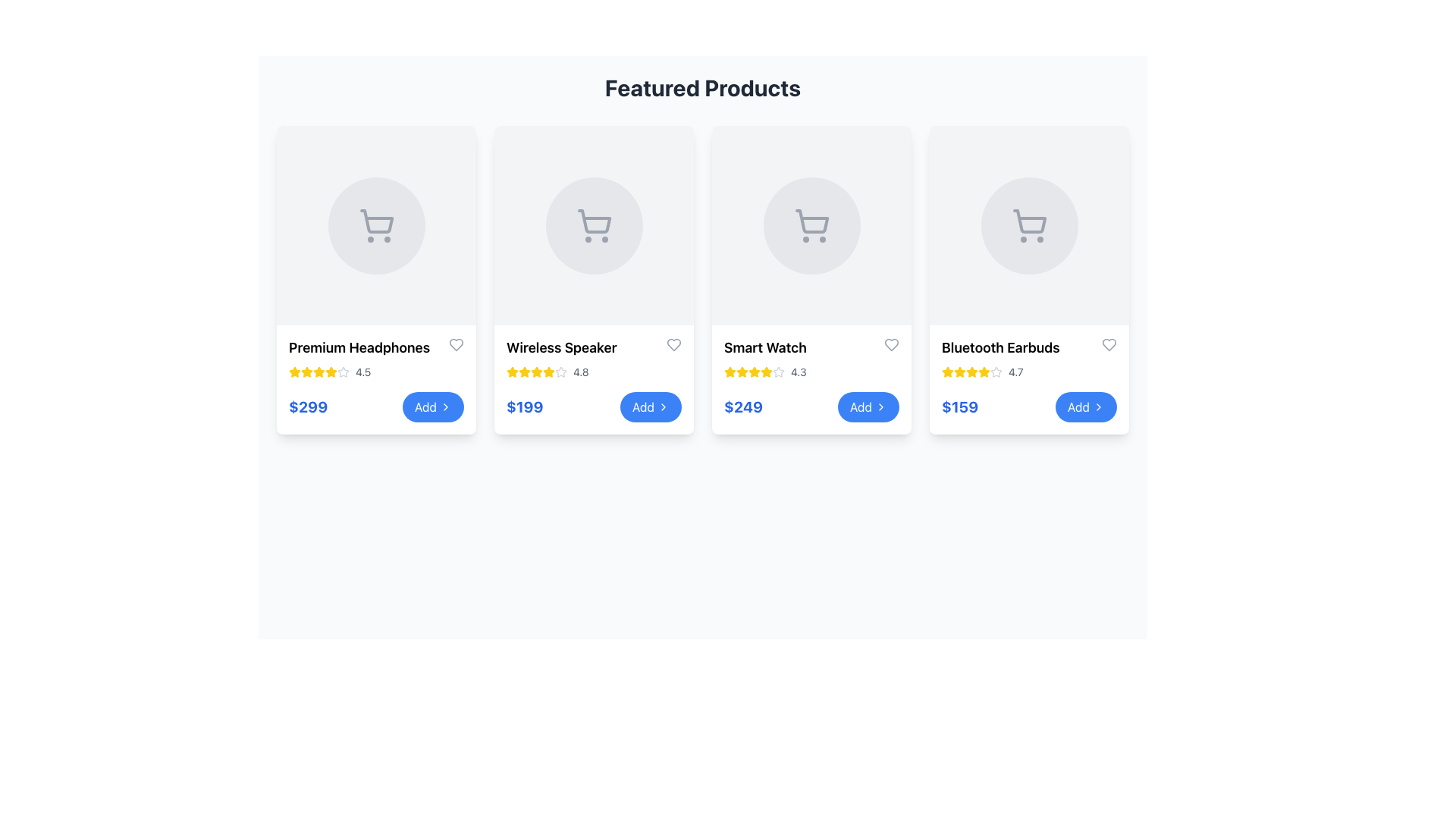 This screenshot has width=1456, height=819. What do you see at coordinates (1015, 372) in the screenshot?
I see `the Text label displaying the product's average rating, located to the right of the yellow star icons in the fourth product card` at bounding box center [1015, 372].